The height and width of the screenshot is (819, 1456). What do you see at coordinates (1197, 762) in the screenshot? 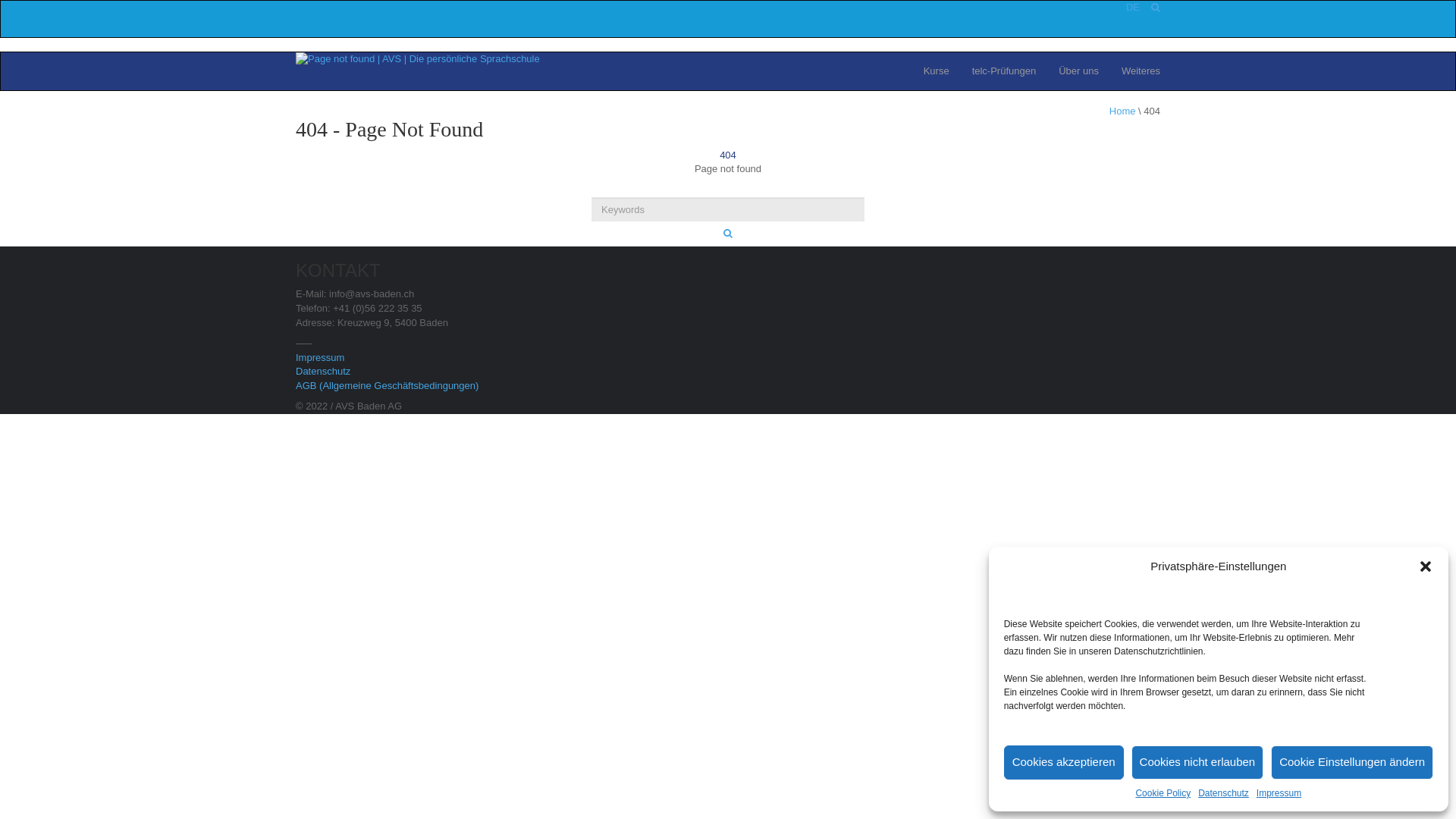
I see `'Cookies nicht erlauben'` at bounding box center [1197, 762].